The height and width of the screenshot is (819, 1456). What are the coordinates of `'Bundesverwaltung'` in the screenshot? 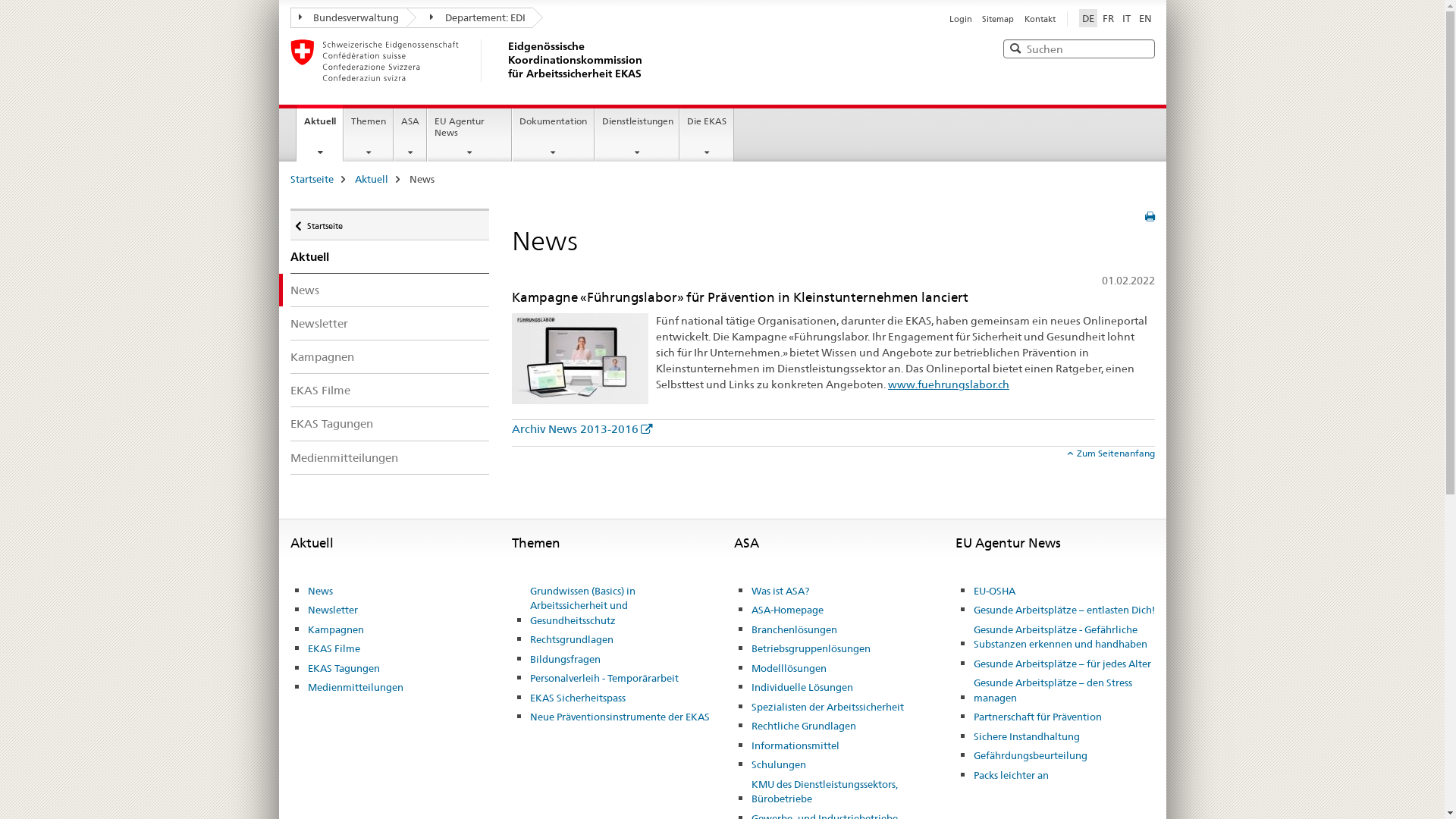 It's located at (347, 17).